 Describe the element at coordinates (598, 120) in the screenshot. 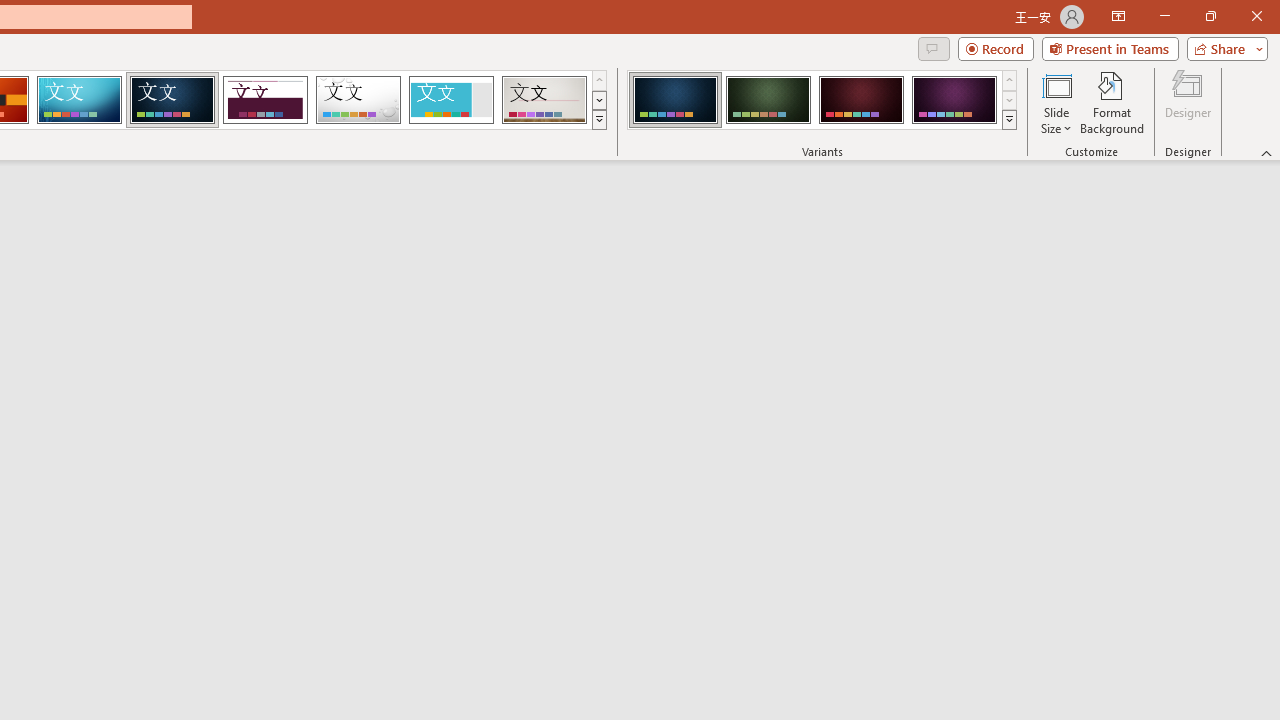

I see `'Themes'` at that location.